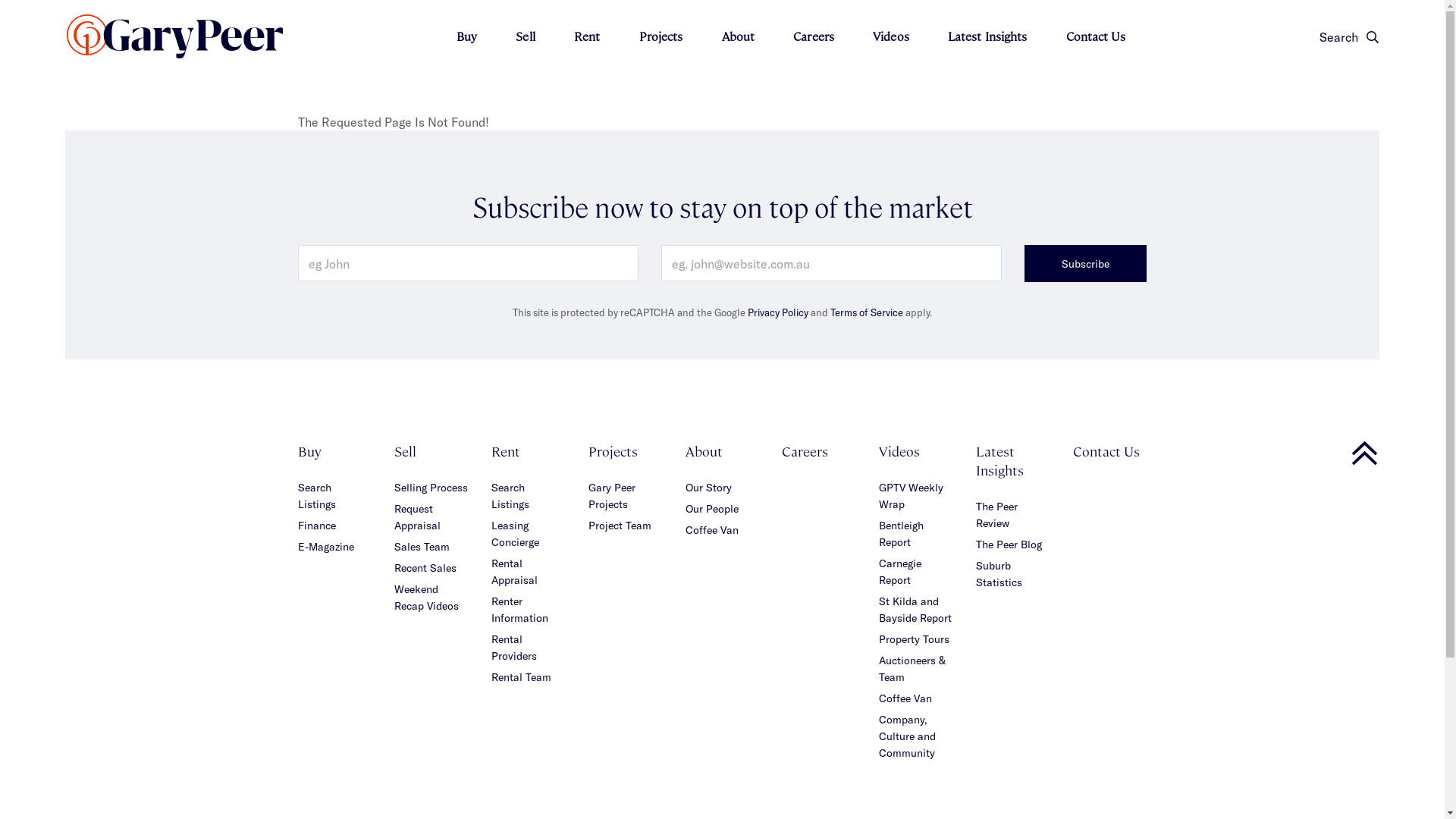 This screenshot has width=1456, height=819. What do you see at coordinates (1072, 450) in the screenshot?
I see `'Contact Us'` at bounding box center [1072, 450].